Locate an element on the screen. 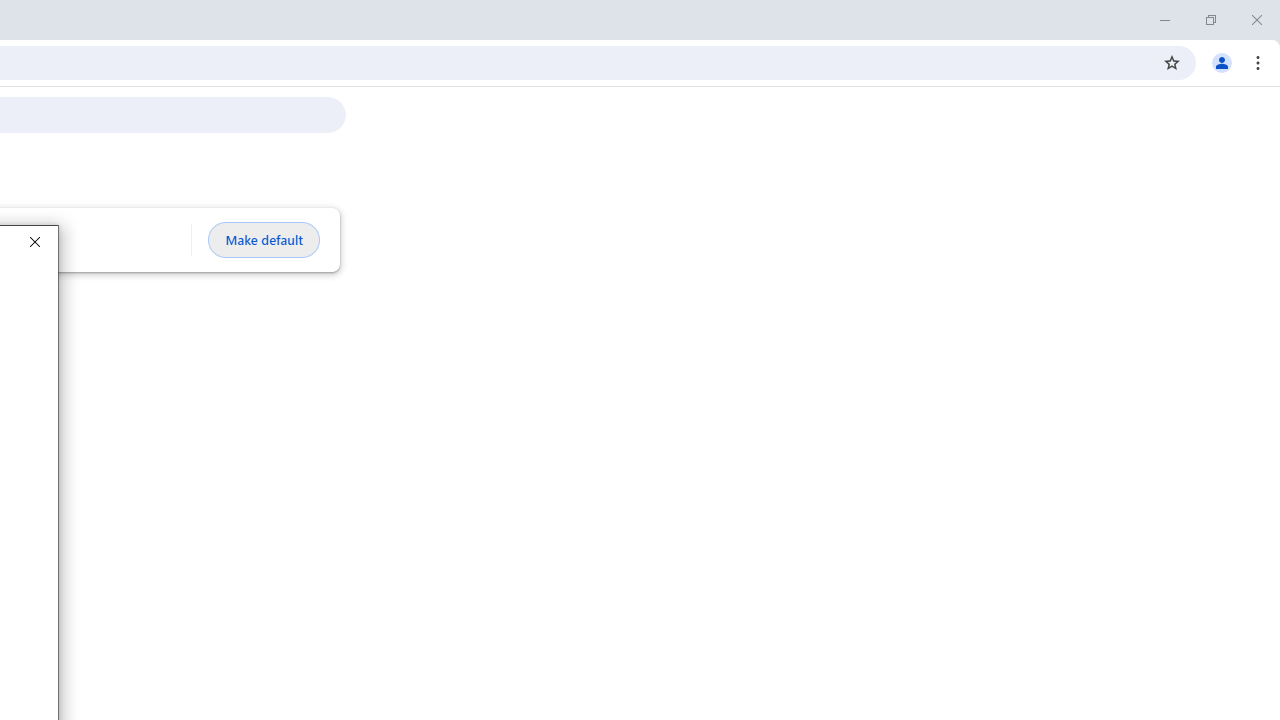 The image size is (1280, 720). 'Make default' is located at coordinates (262, 239).